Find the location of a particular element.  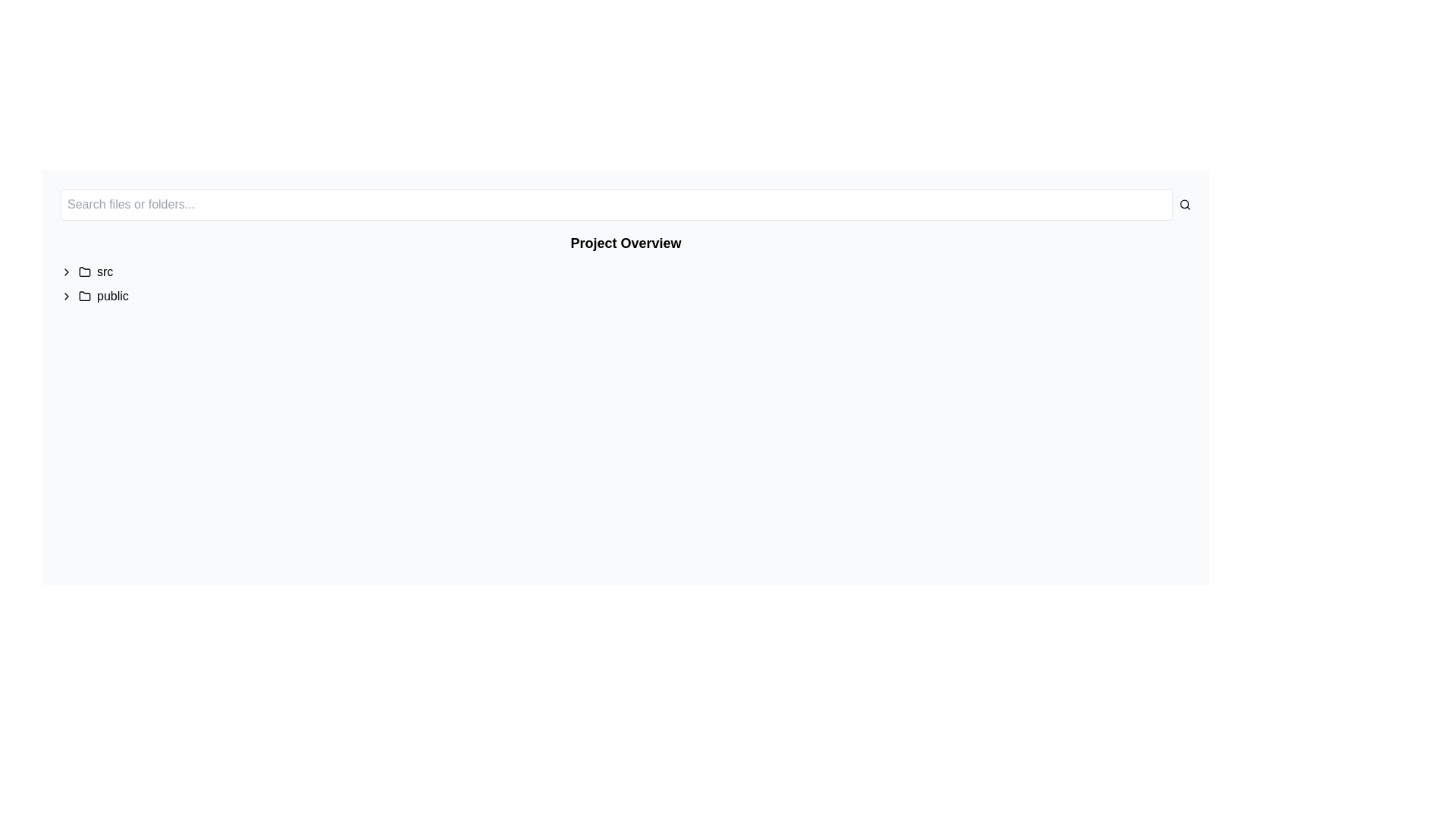

the folder icon located between a small arrow icon and the text 'src' in the file navigation view is located at coordinates (83, 271).